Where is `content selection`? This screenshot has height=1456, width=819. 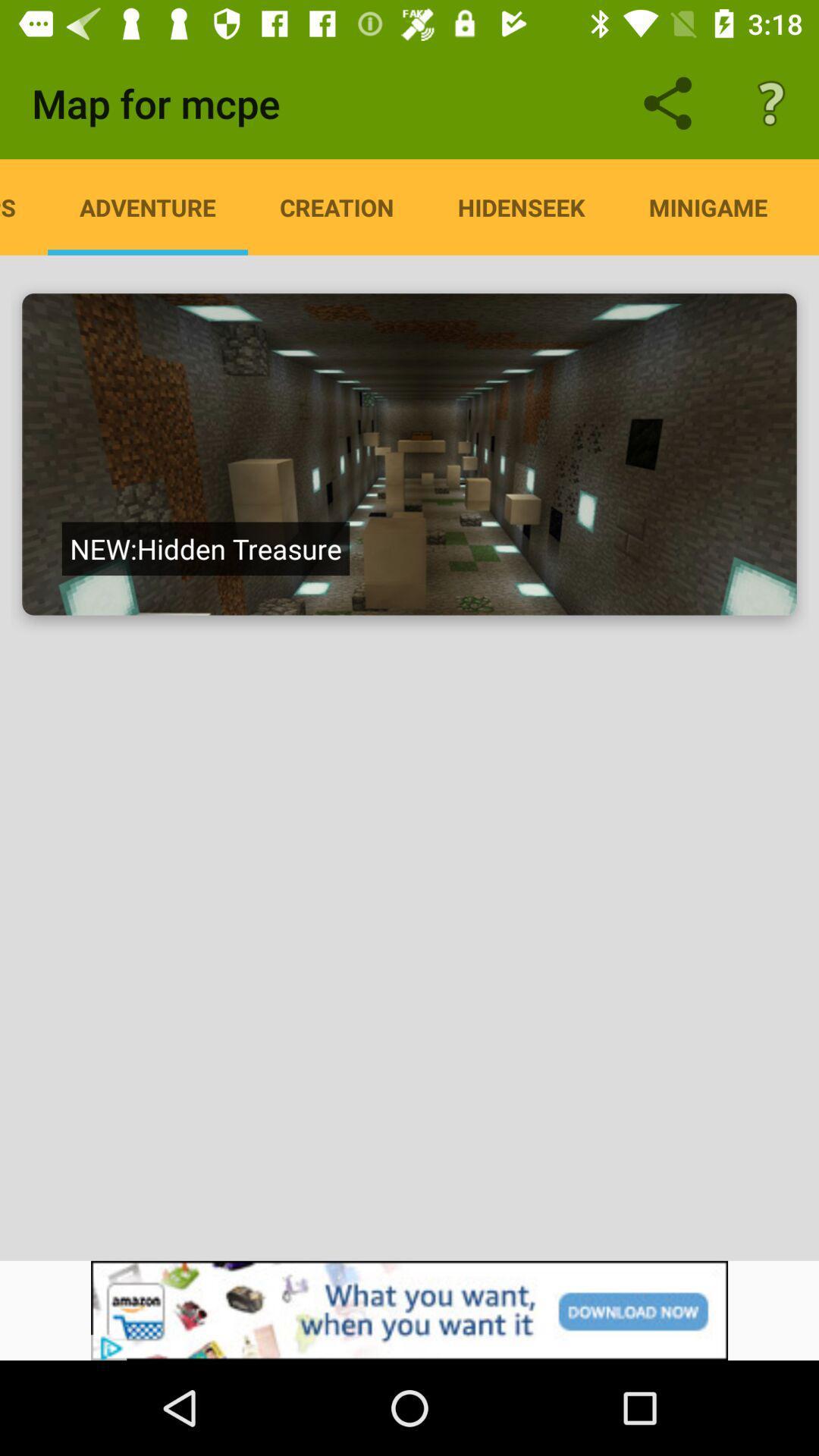 content selection is located at coordinates (409, 453).